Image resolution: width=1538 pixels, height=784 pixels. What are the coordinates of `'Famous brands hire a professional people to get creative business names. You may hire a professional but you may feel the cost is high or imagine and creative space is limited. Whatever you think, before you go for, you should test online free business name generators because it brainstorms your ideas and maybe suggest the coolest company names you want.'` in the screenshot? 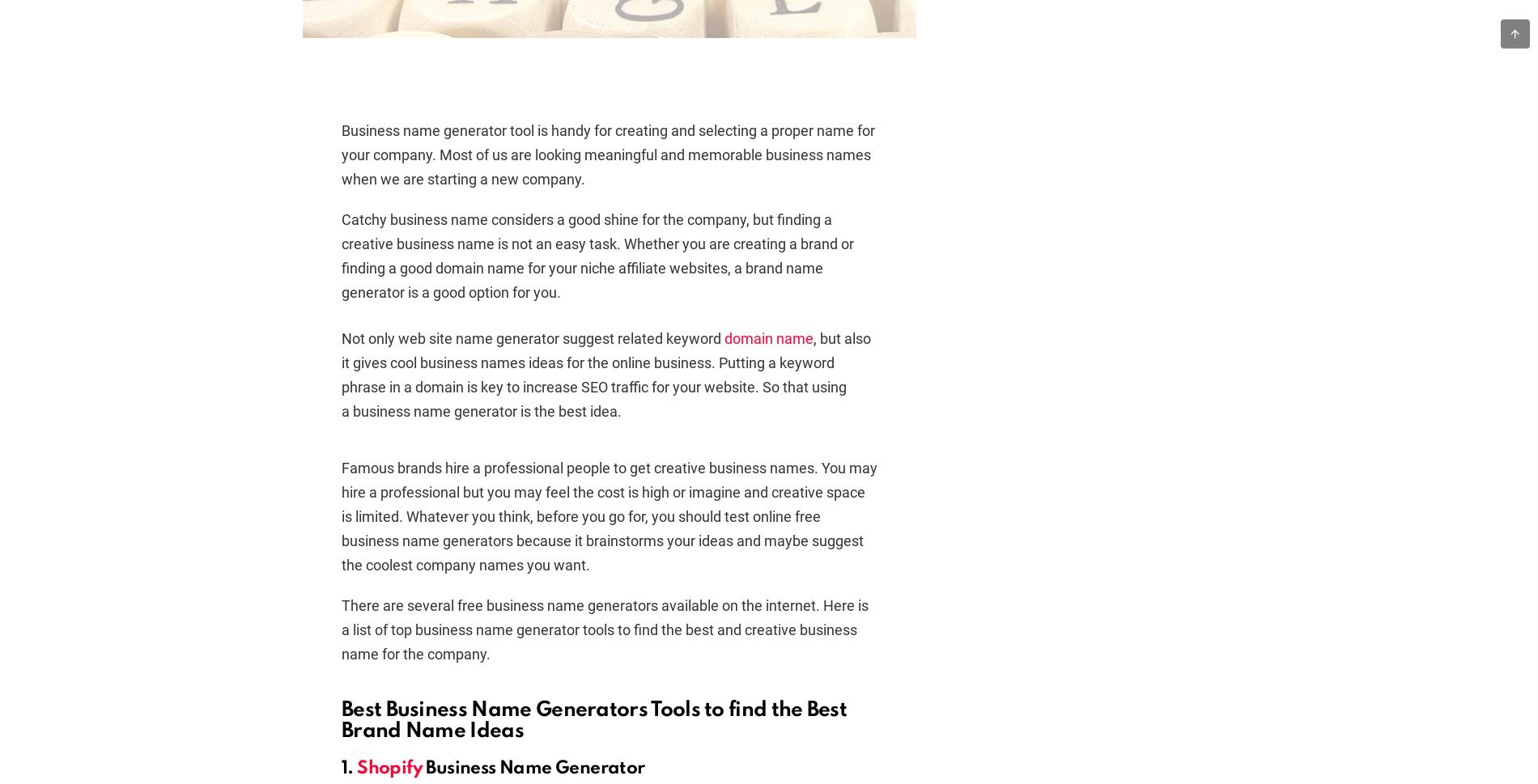 It's located at (608, 515).